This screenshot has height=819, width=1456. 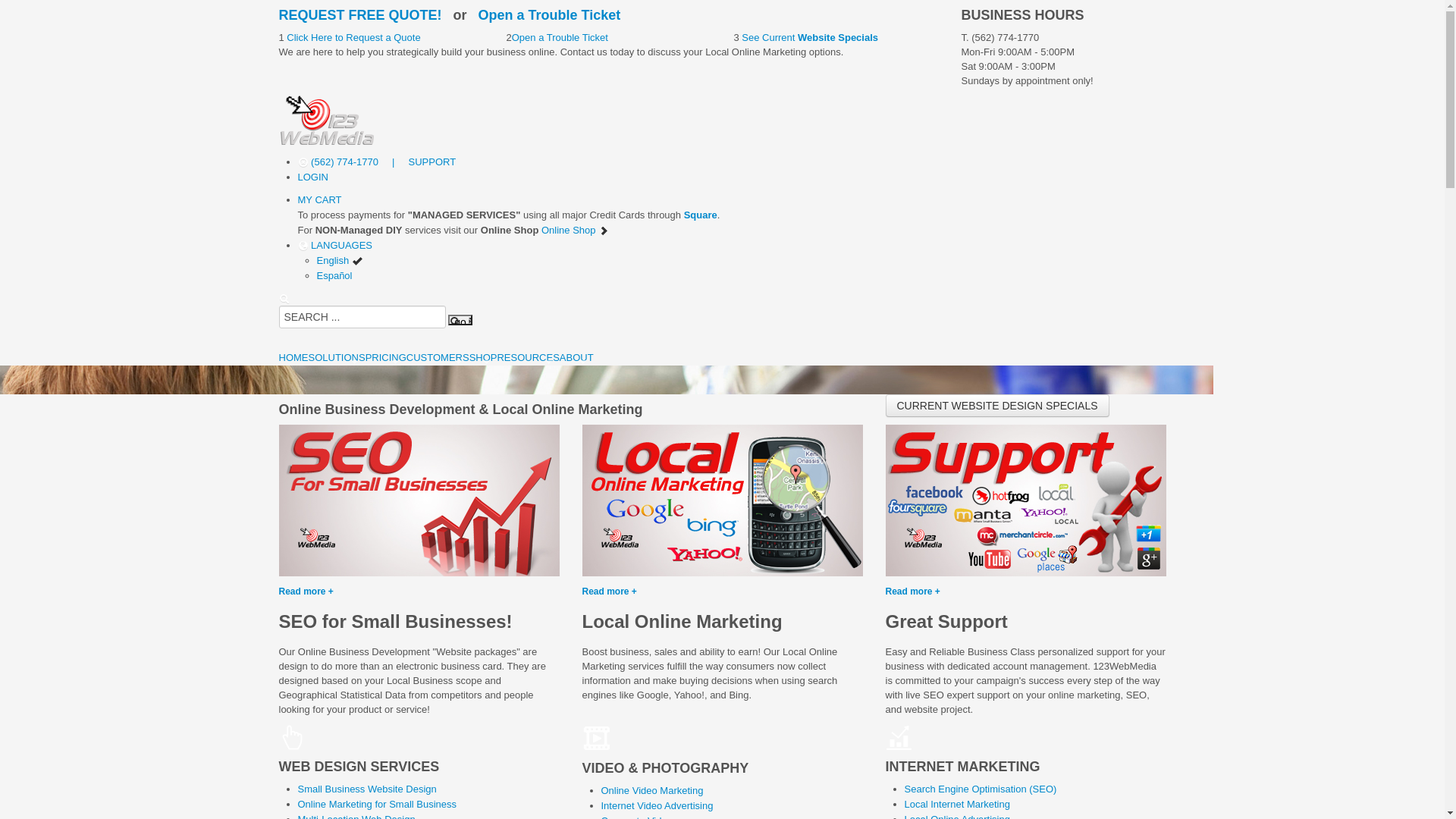 What do you see at coordinates (700, 215) in the screenshot?
I see `'Square'` at bounding box center [700, 215].